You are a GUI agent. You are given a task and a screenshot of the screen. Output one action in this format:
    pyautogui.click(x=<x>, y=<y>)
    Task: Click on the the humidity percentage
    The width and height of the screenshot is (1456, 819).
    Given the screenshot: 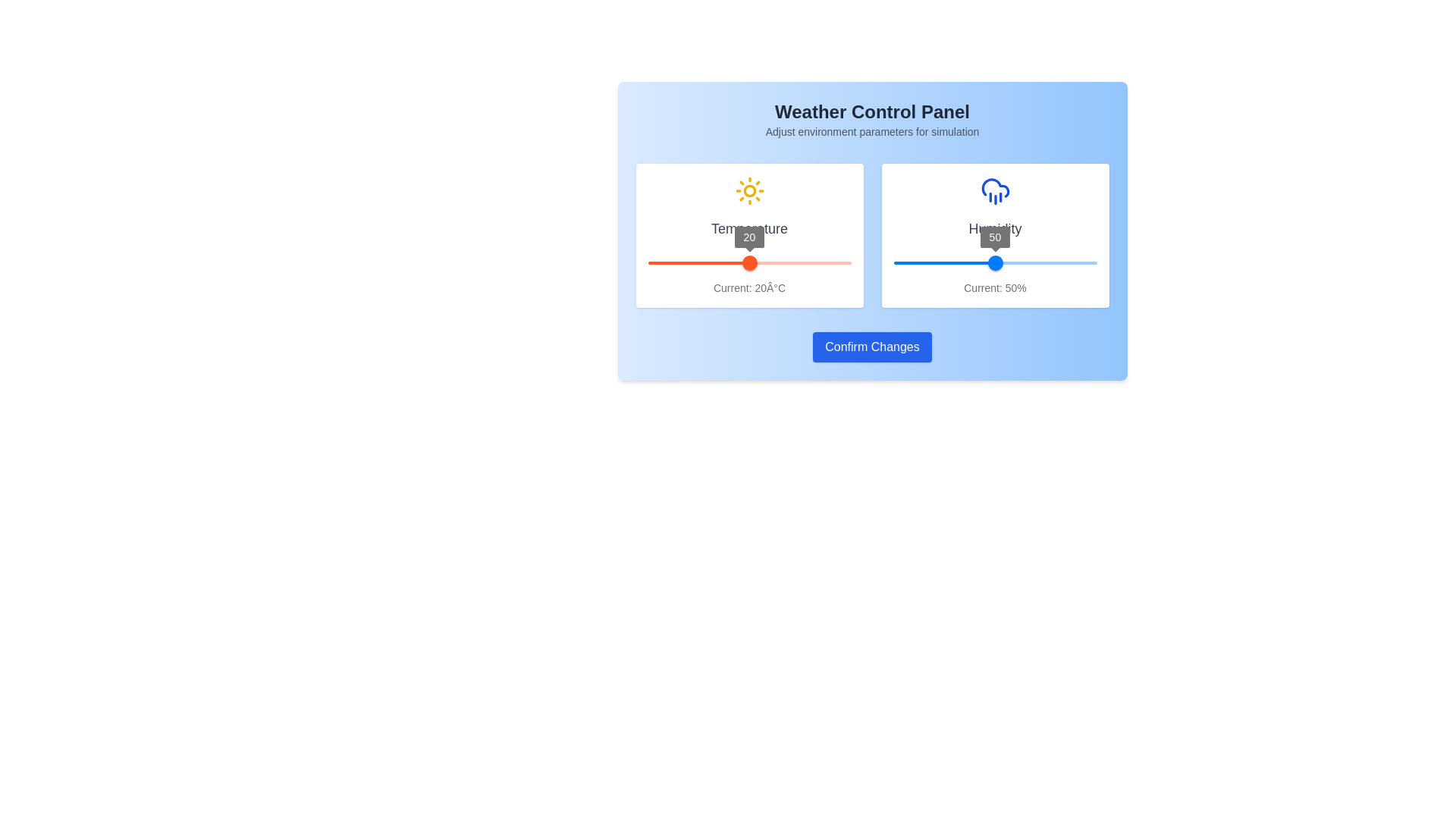 What is the action you would take?
    pyautogui.click(x=1069, y=262)
    